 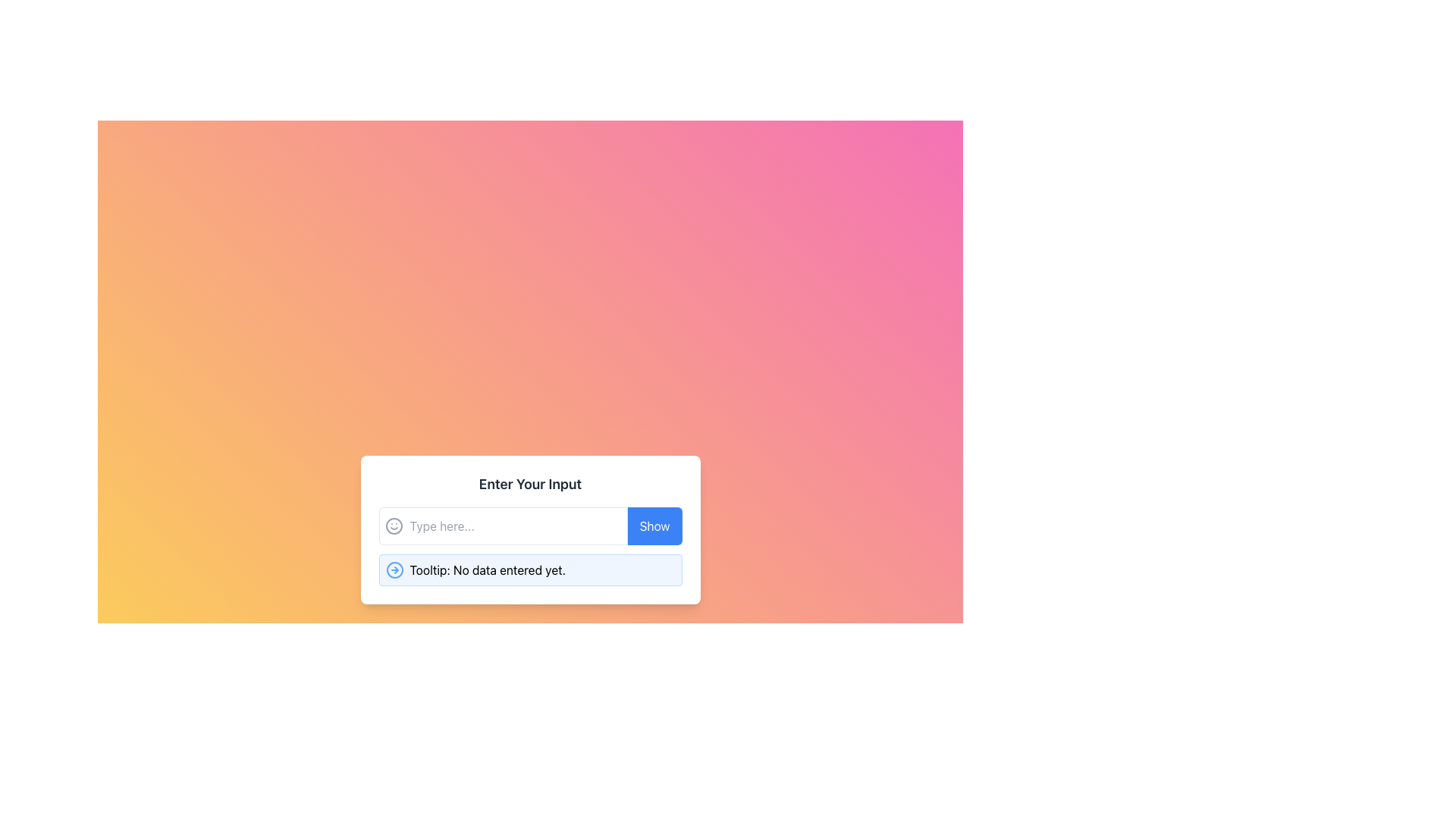 I want to click on the circular part of an arrow icon, which is styled with a blue stroke and no fill color, located below the tooltip labeled 'Tooltip: No data entered yet.', so click(x=394, y=570).